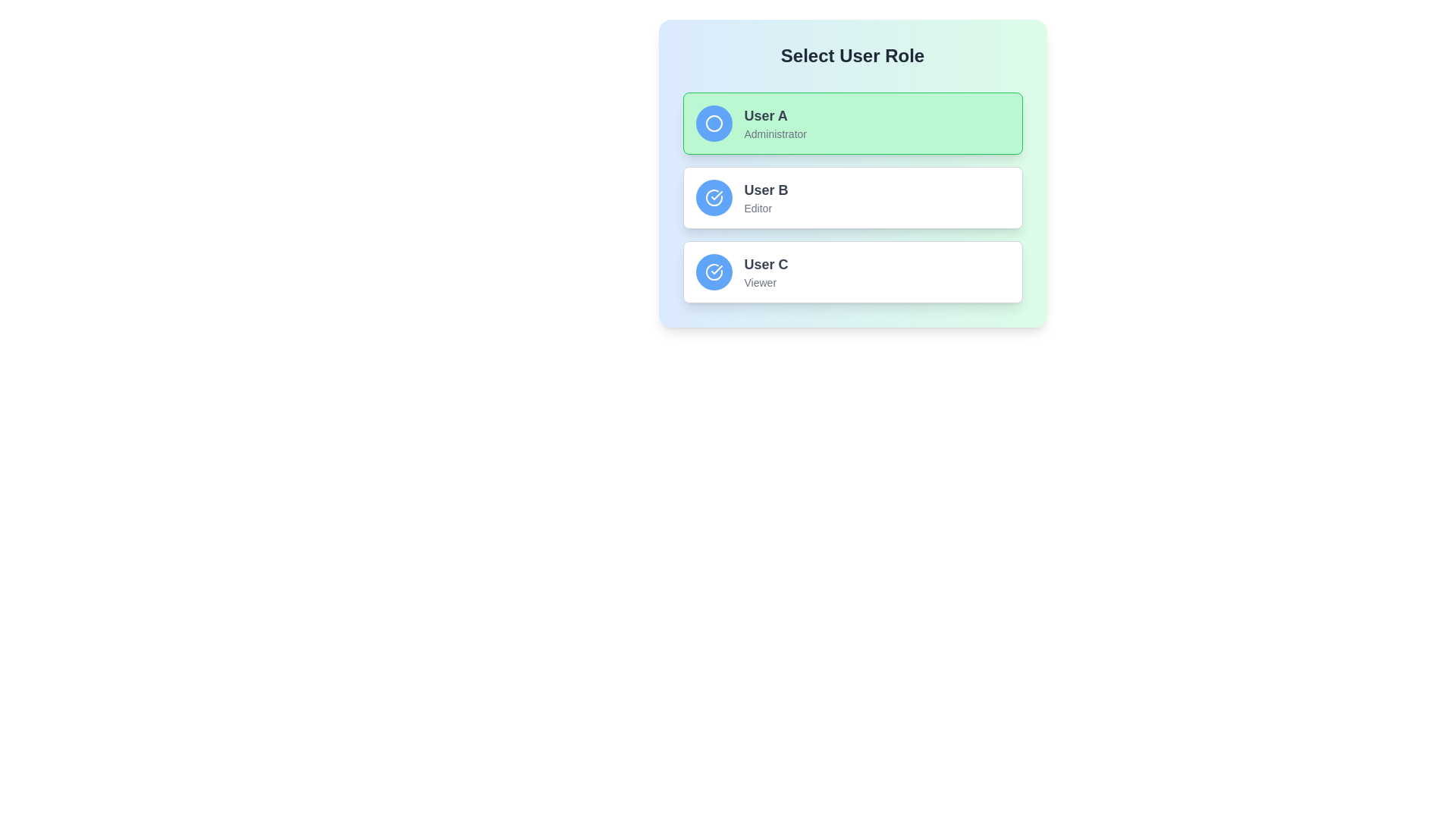  Describe the element at coordinates (713, 271) in the screenshot. I see `the circular icon with a checkmark symbol, which has a blue background and white border, located beside the text 'User B' in the list of user role options` at that location.